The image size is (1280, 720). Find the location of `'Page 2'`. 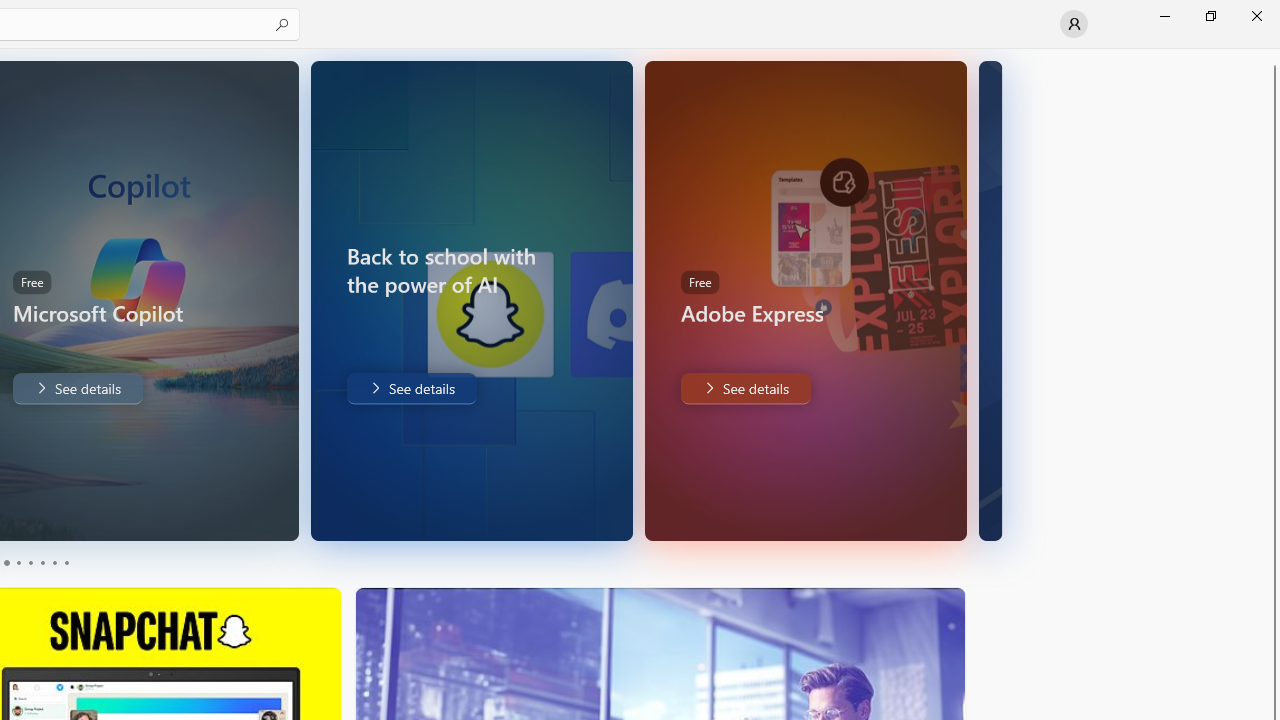

'Page 2' is located at coordinates (17, 563).